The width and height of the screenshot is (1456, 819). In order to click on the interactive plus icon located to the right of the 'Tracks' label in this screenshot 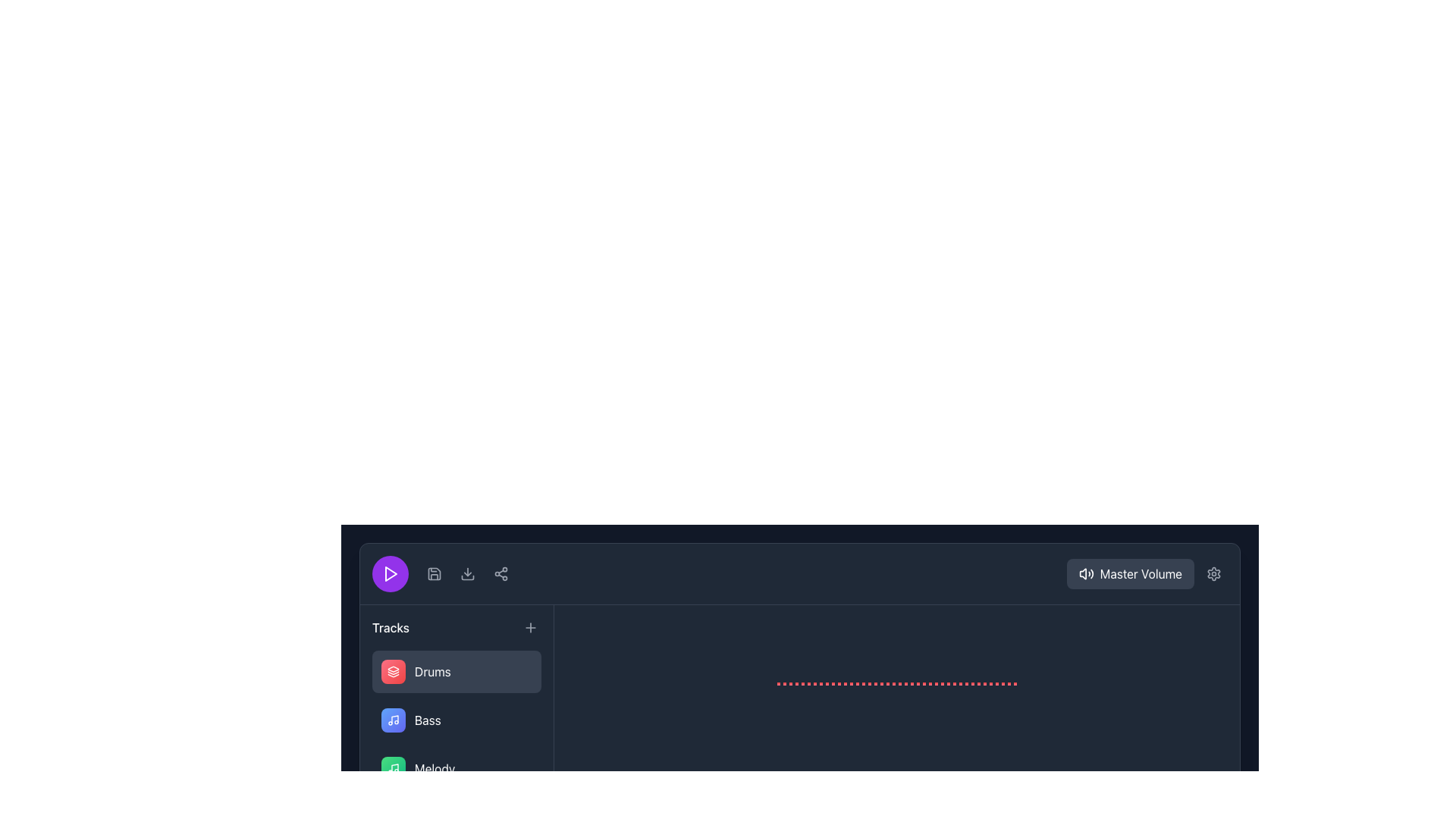, I will do `click(531, 628)`.